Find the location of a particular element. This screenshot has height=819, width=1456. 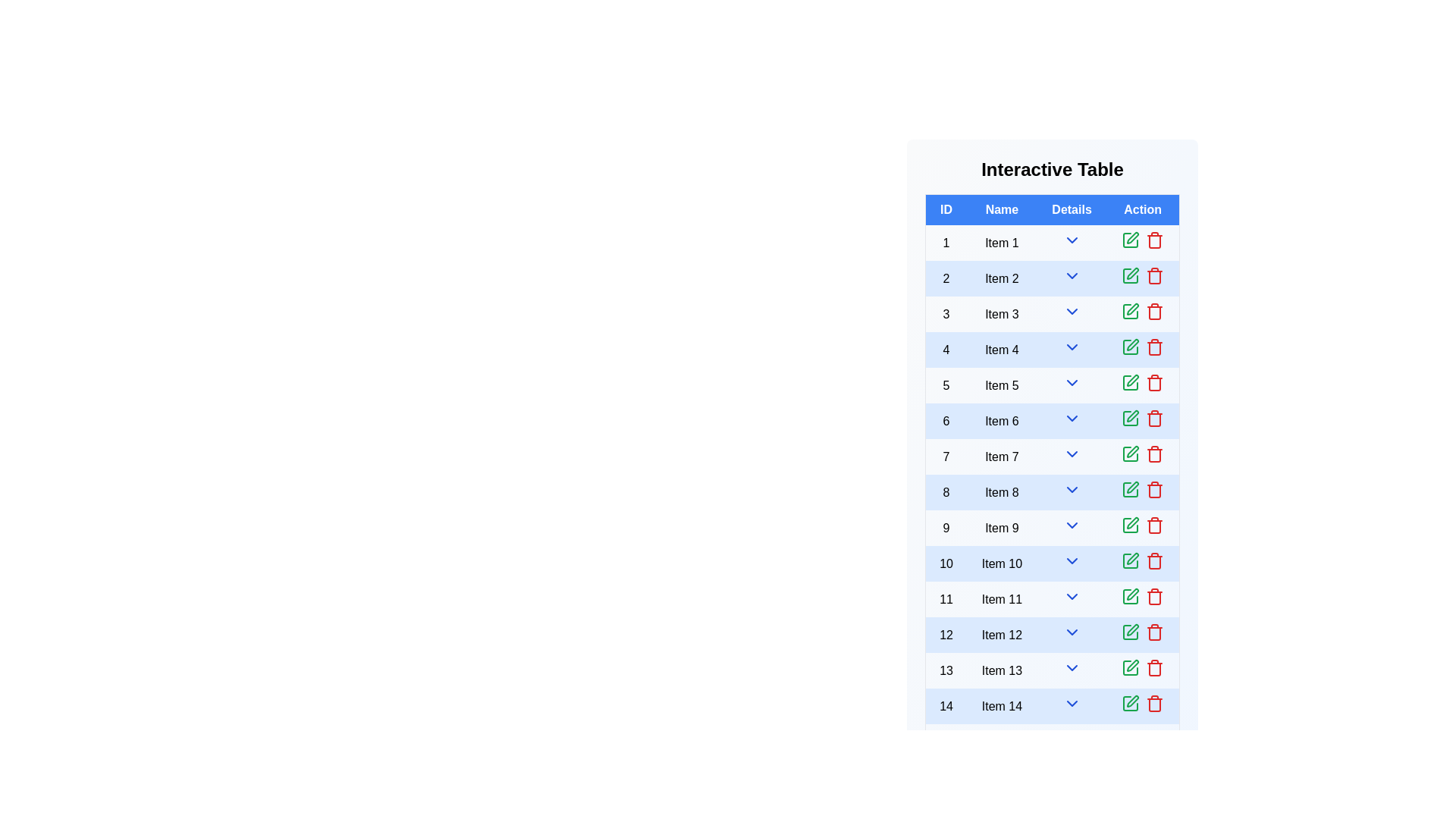

the header of the column Action to sort the rows by that column is located at coordinates (1143, 209).